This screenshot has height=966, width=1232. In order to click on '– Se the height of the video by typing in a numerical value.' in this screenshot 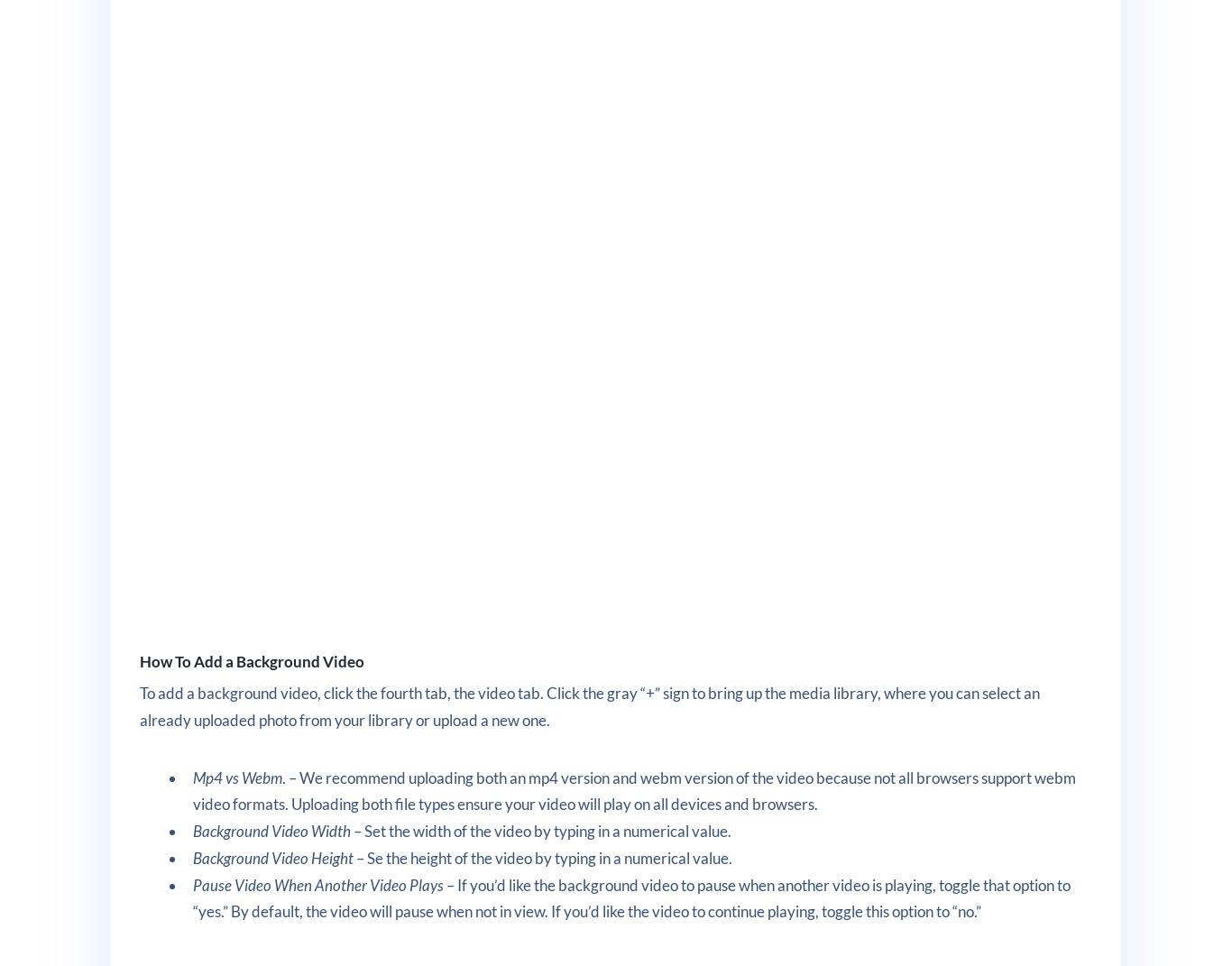, I will do `click(353, 856)`.